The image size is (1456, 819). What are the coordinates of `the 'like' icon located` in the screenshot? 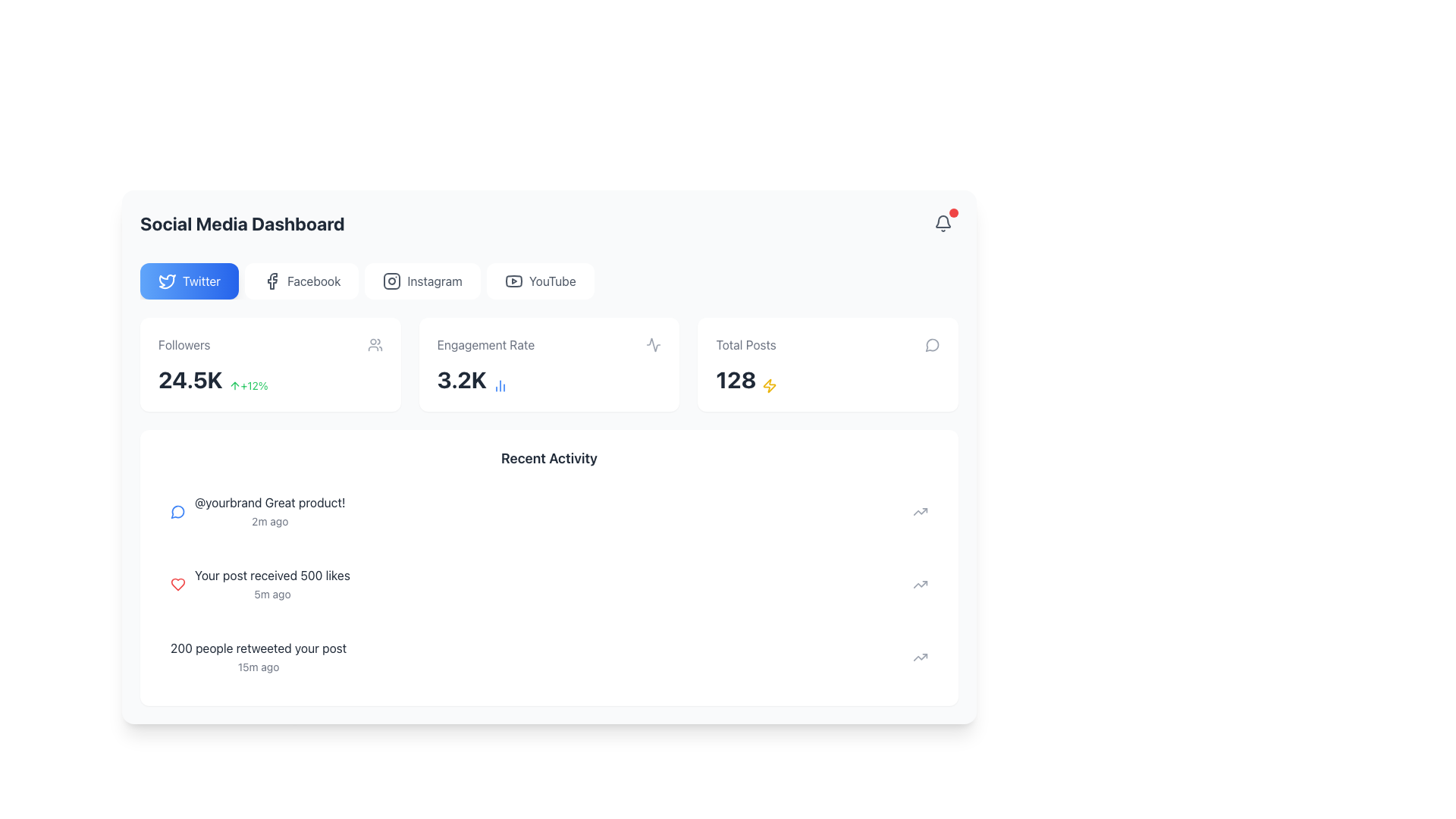 It's located at (178, 584).